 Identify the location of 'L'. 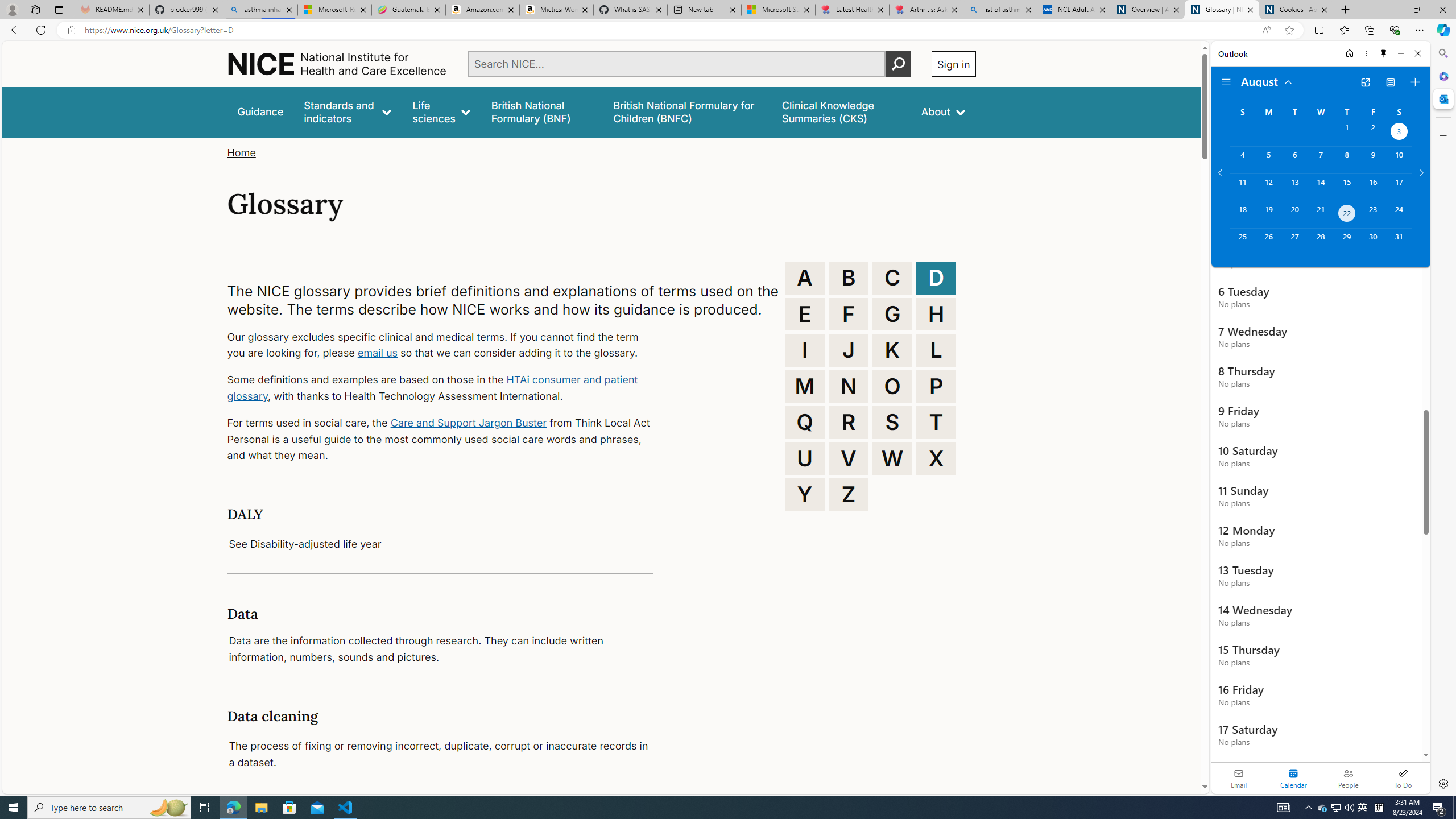
(936, 350).